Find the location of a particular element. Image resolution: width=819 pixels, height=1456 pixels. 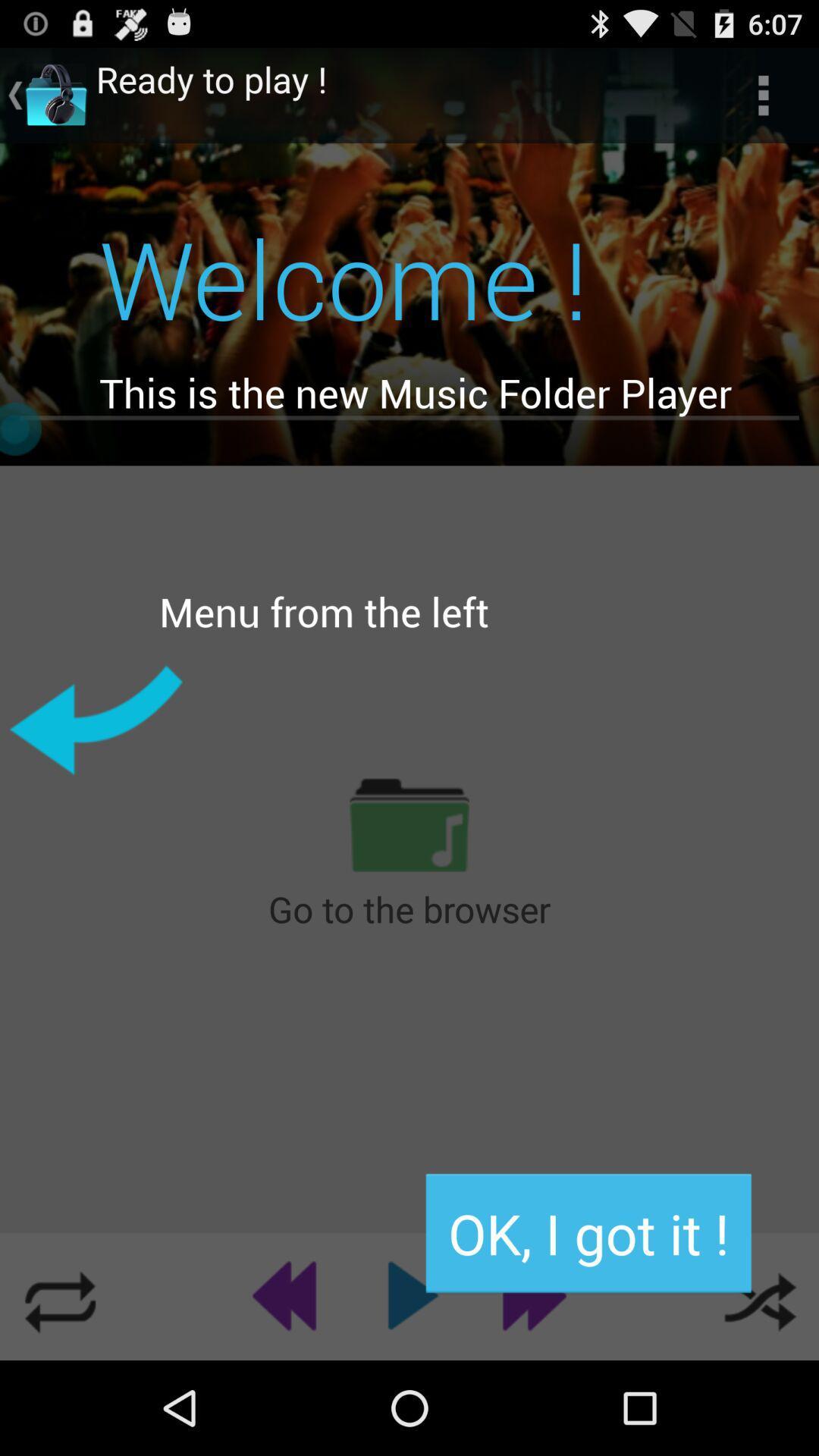

the play icon is located at coordinates (409, 1388).